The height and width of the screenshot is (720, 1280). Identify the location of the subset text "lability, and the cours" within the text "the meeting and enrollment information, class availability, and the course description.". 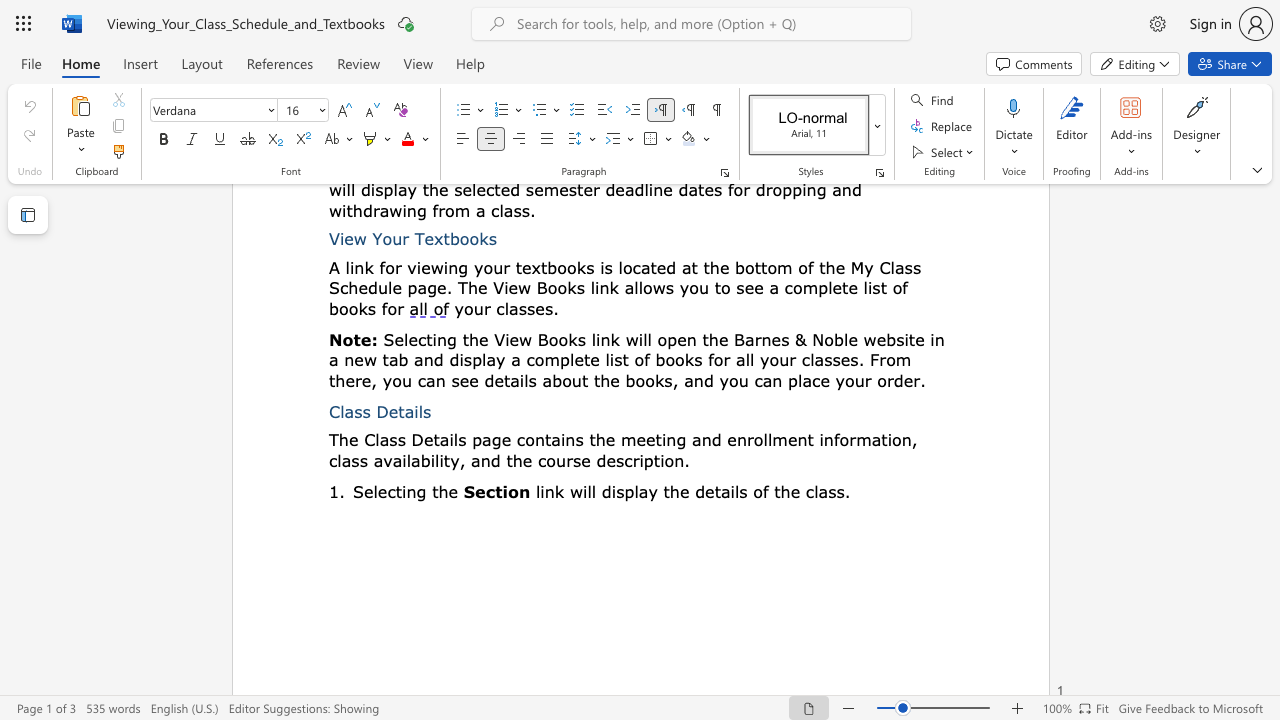
(405, 460).